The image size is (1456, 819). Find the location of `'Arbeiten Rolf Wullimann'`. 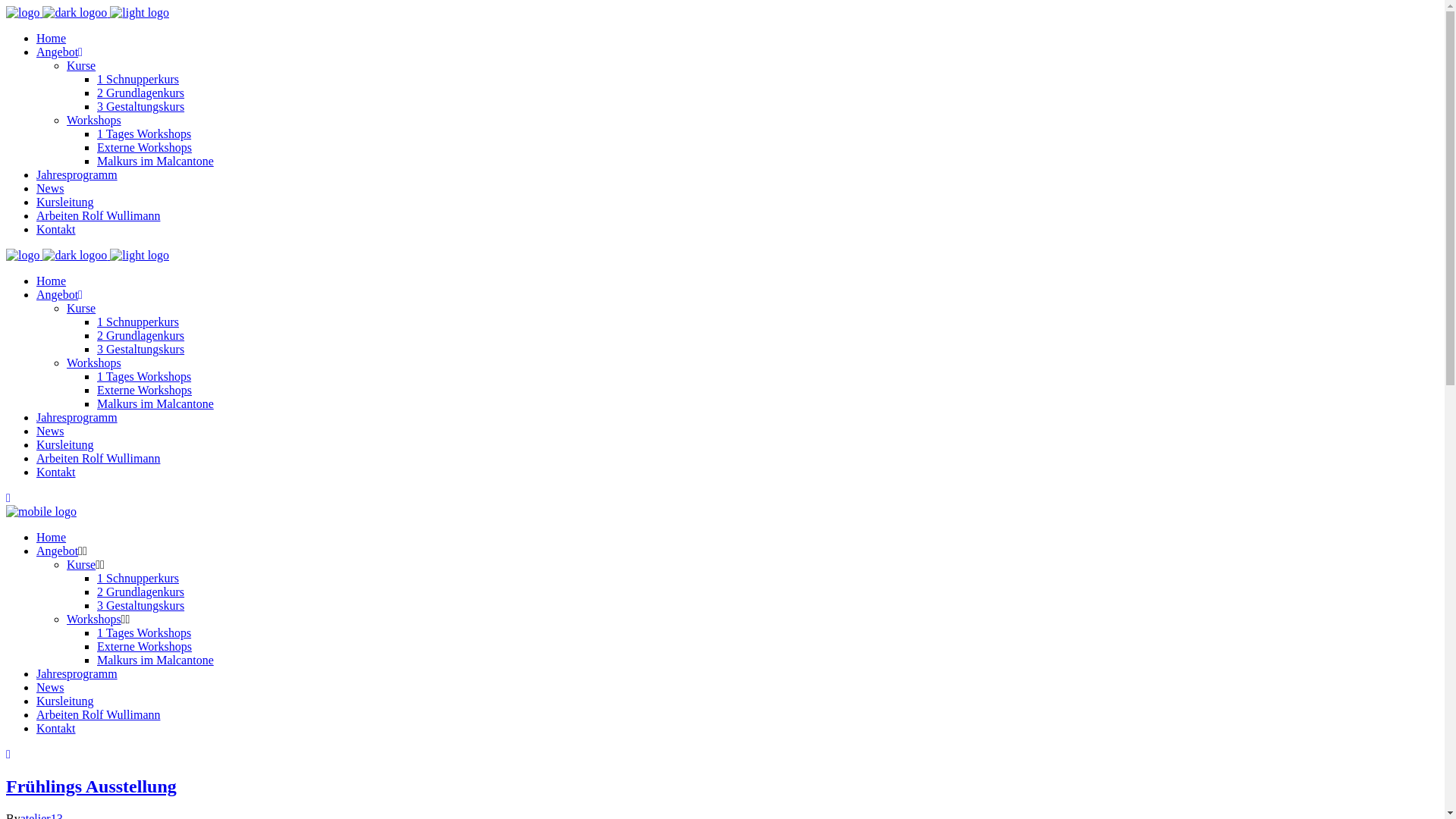

'Arbeiten Rolf Wullimann' is located at coordinates (97, 714).